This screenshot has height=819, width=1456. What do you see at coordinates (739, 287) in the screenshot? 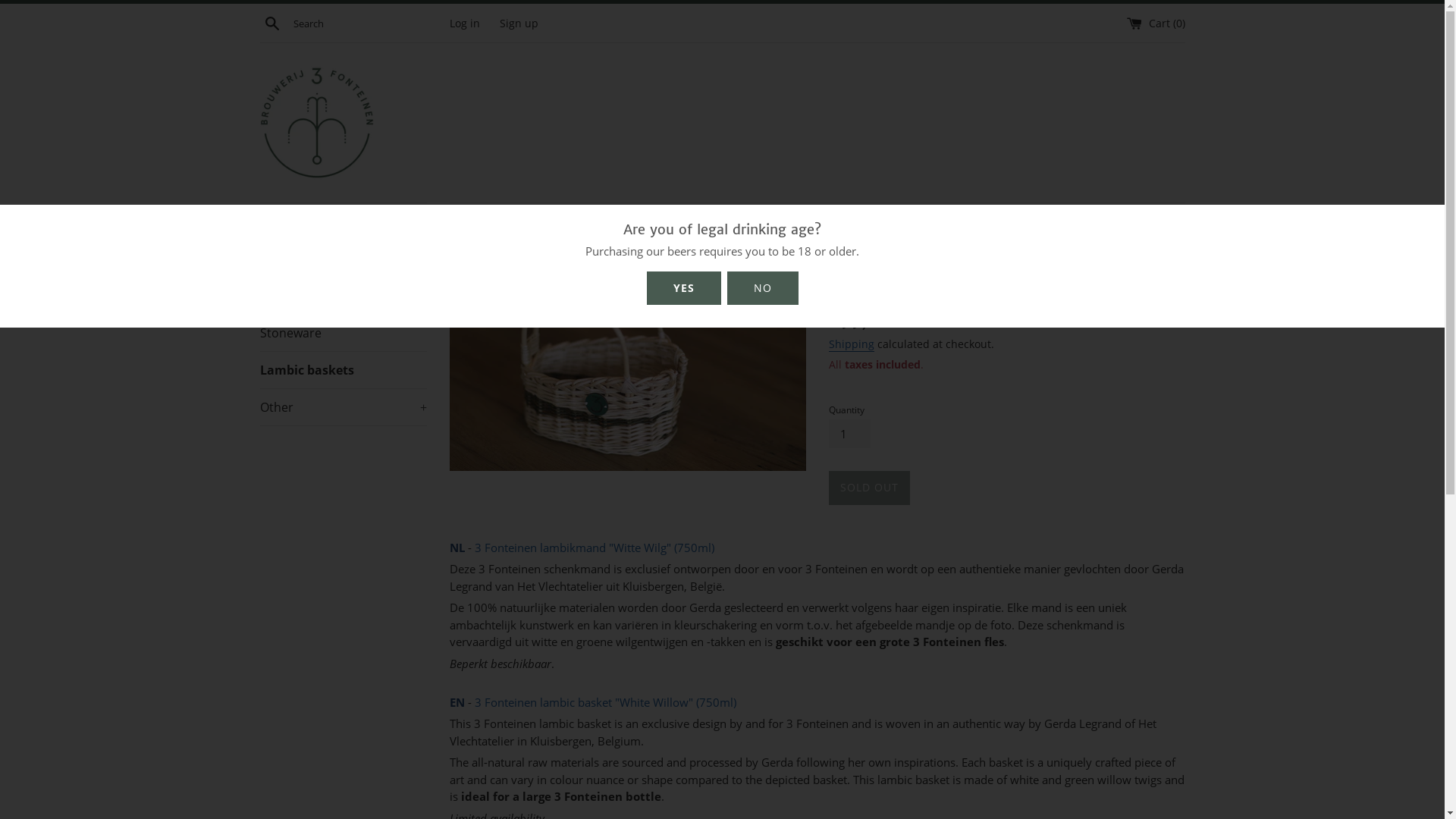
I see `'NO'` at bounding box center [739, 287].